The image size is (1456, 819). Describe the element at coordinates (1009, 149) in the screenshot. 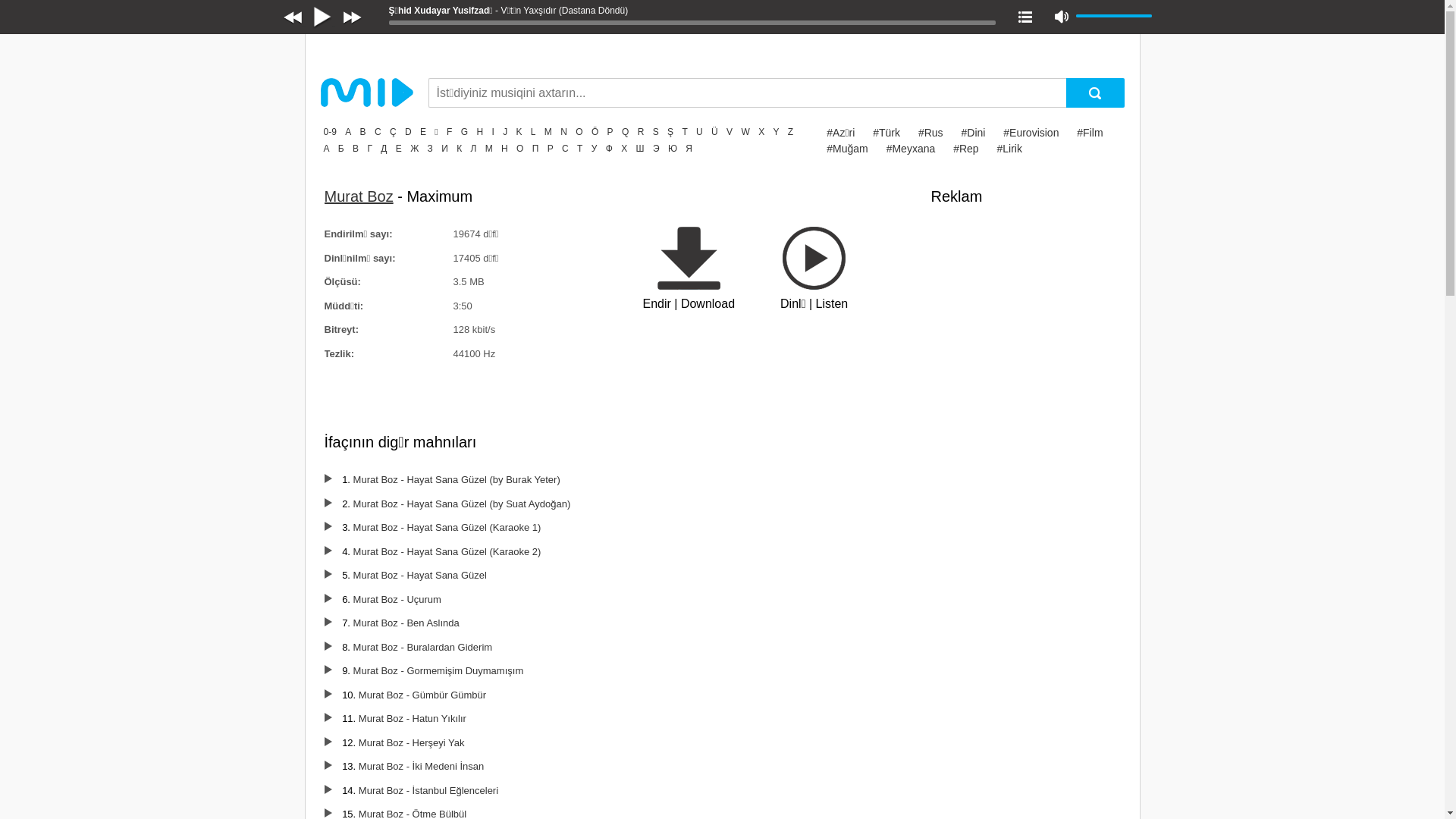

I see `'#Lirik'` at that location.